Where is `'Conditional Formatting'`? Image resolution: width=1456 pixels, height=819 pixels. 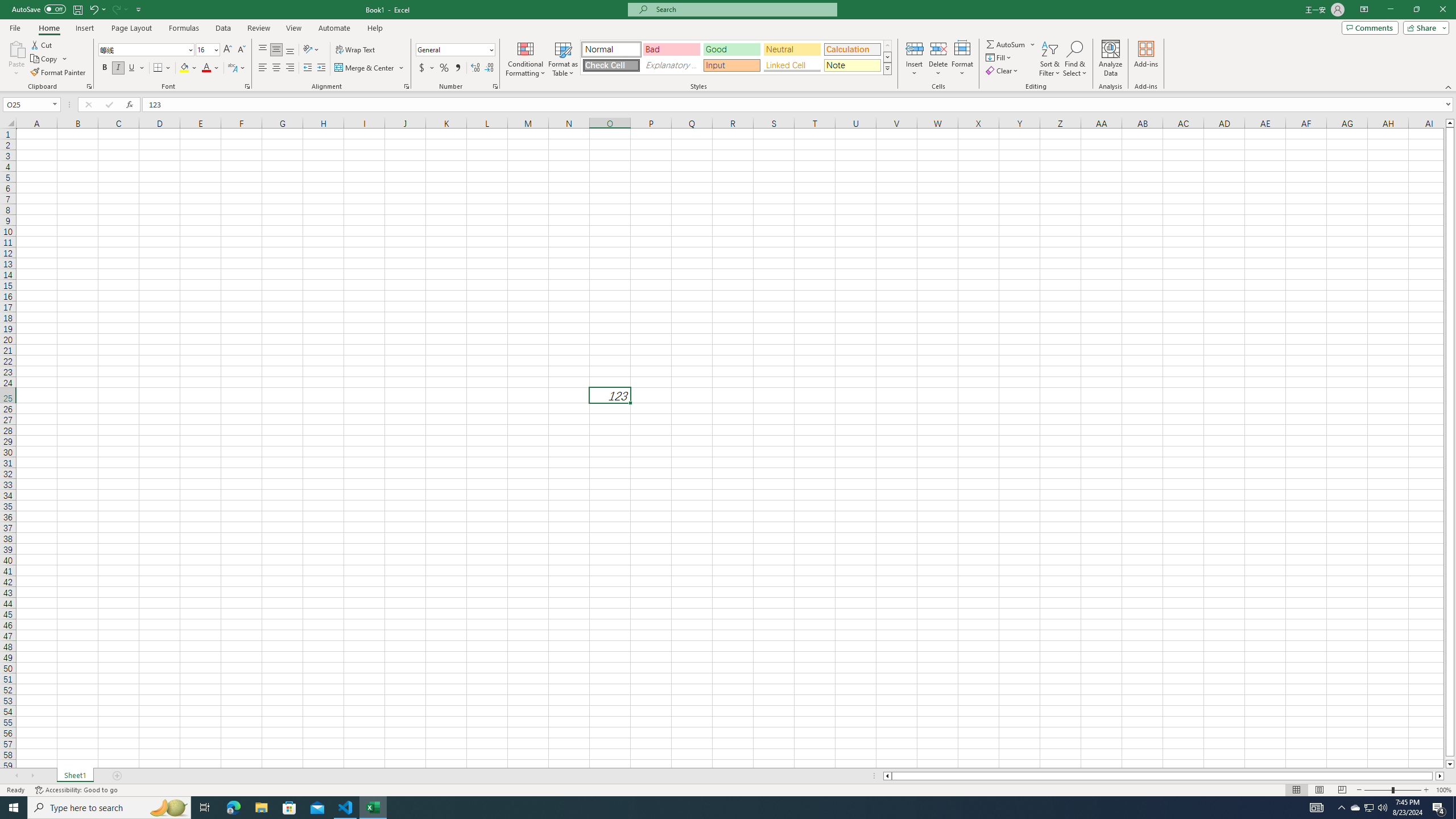 'Conditional Formatting' is located at coordinates (526, 59).